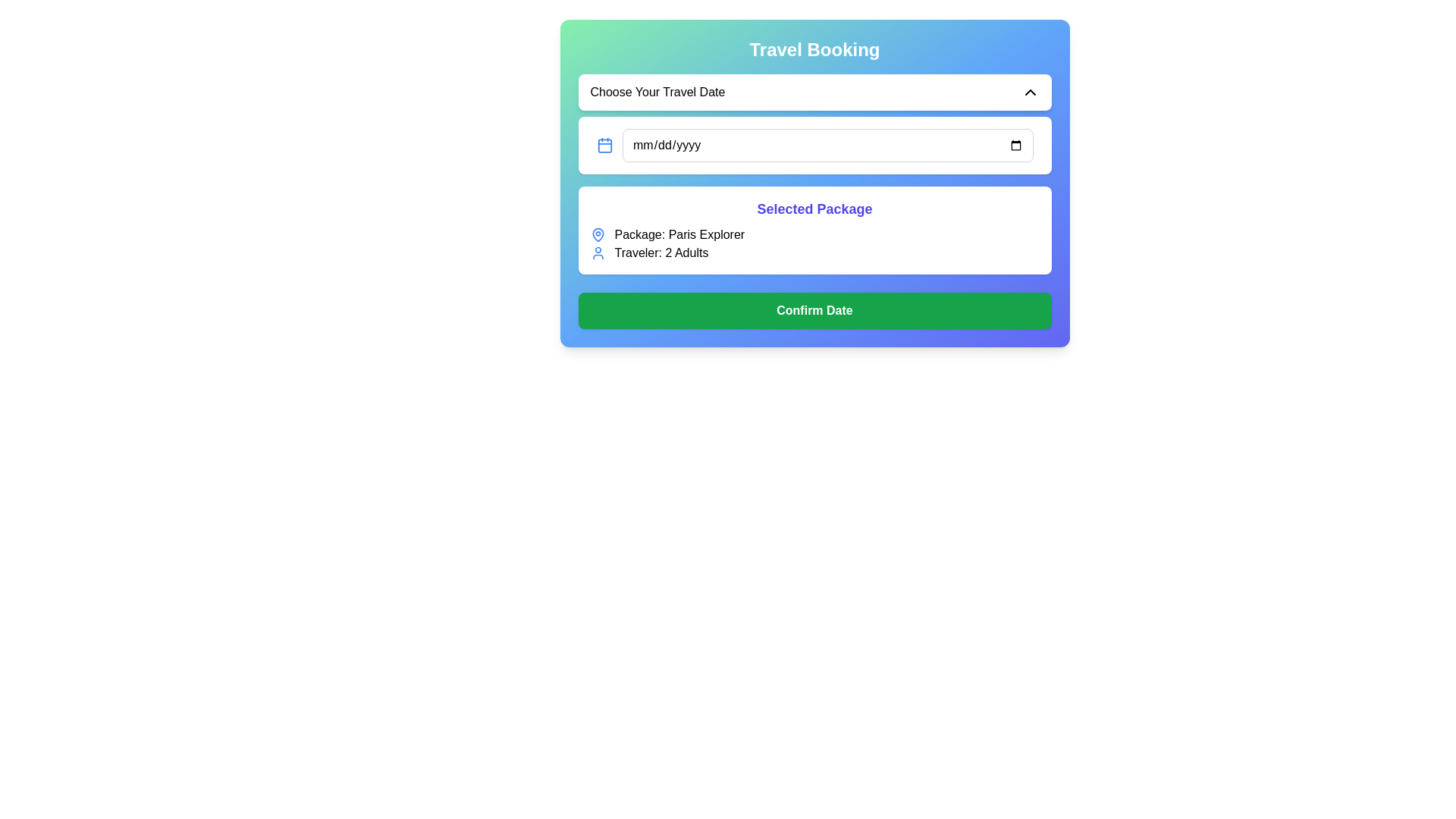 Image resolution: width=1456 pixels, height=819 pixels. What do you see at coordinates (604, 146) in the screenshot?
I see `the calendar icon located to the immediate left of the text input field with placeholder 'mm/dd/yyyy' in the 'Choose Your Travel Date' section` at bounding box center [604, 146].